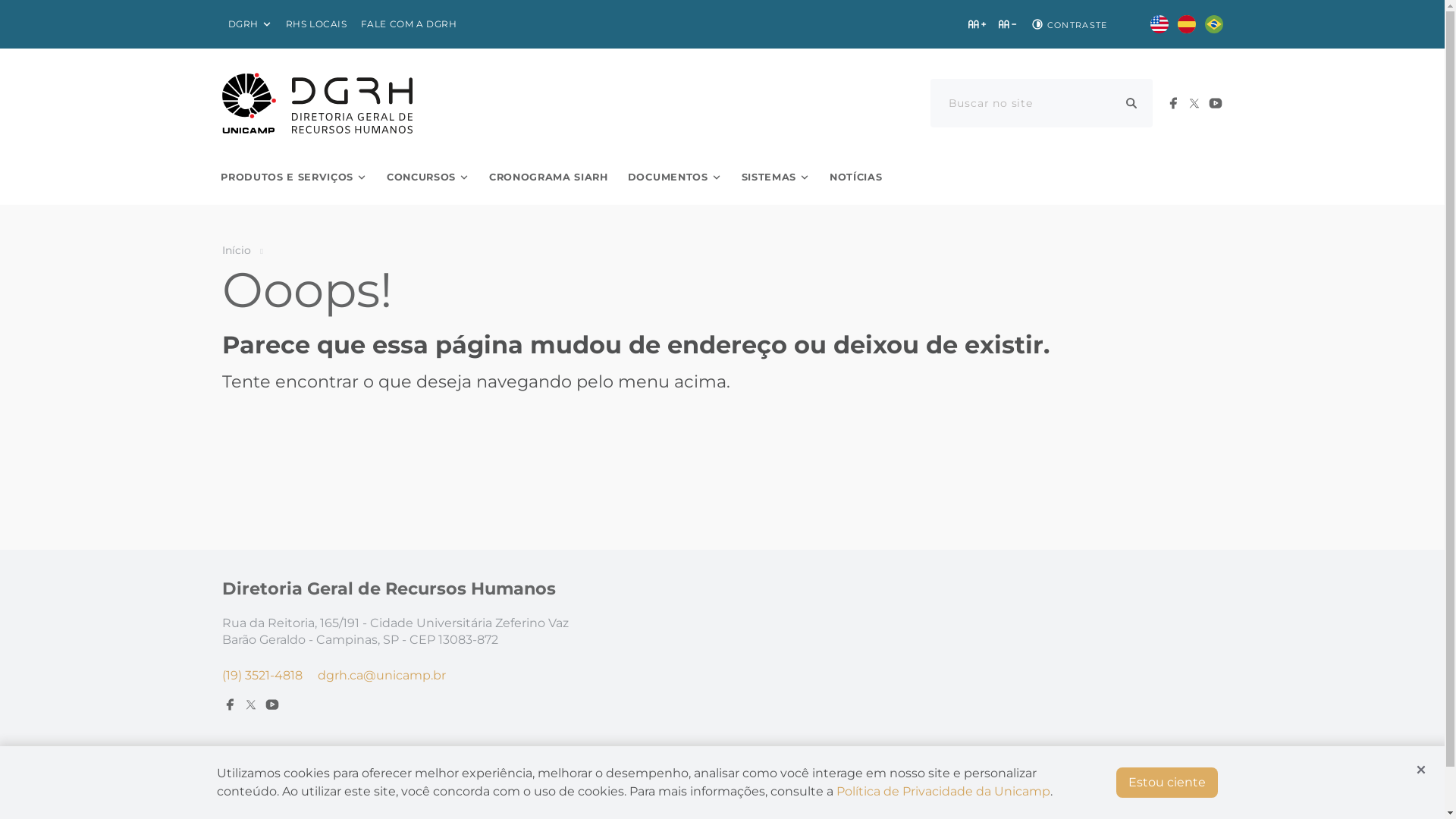 This screenshot has width=1456, height=819. Describe the element at coordinates (1131, 102) in the screenshot. I see `'Buscar'` at that location.